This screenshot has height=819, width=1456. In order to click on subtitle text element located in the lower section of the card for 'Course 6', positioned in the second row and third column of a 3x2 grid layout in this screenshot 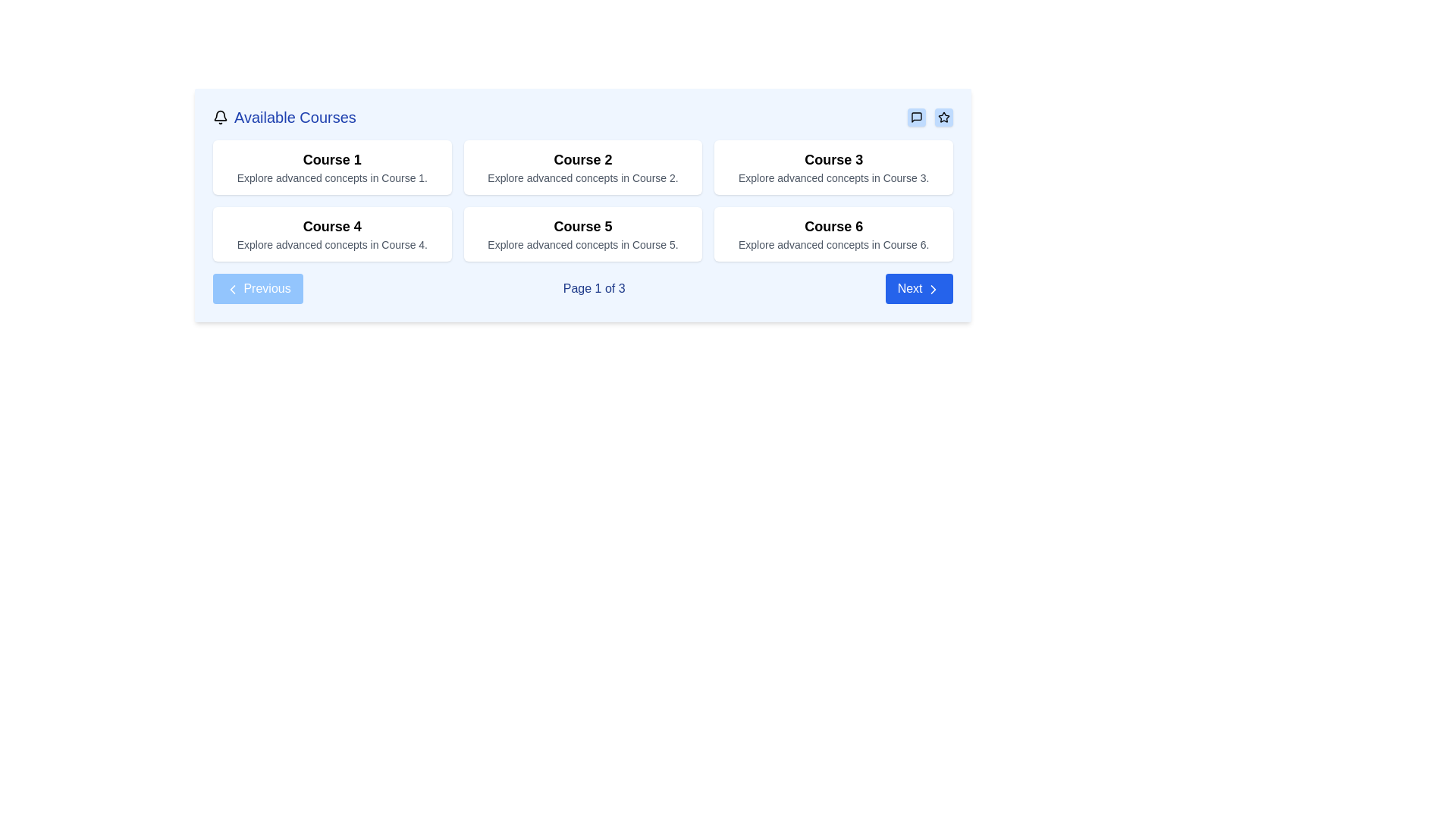, I will do `click(833, 244)`.